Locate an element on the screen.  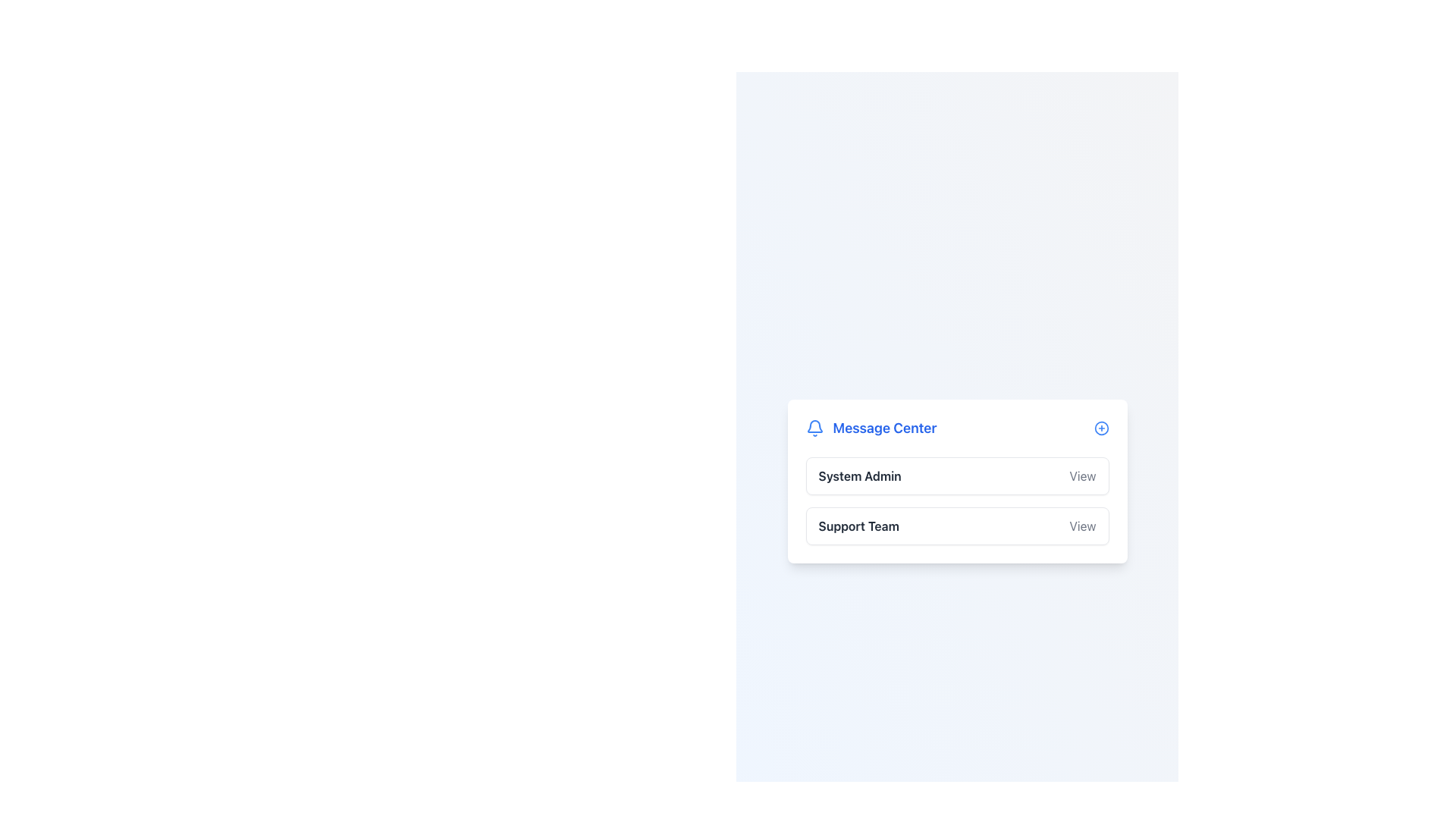
the circular blue icon with a plus sign located at the top-right corner of the 'Message Center' card is located at coordinates (1101, 428).